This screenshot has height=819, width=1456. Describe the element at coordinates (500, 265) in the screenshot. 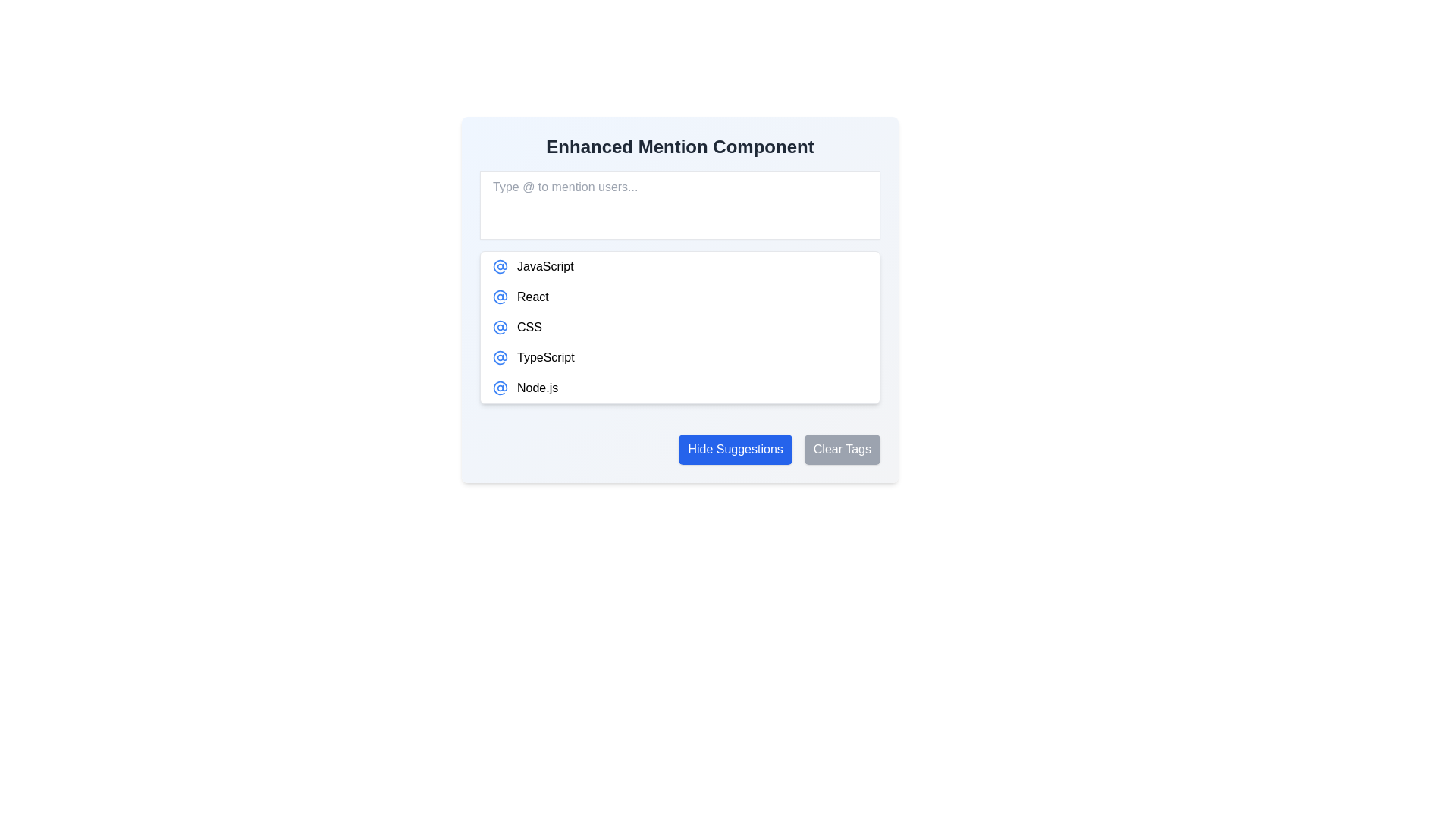

I see `the '@' icon located to the left of the text 'JavaScript' in the list` at that location.